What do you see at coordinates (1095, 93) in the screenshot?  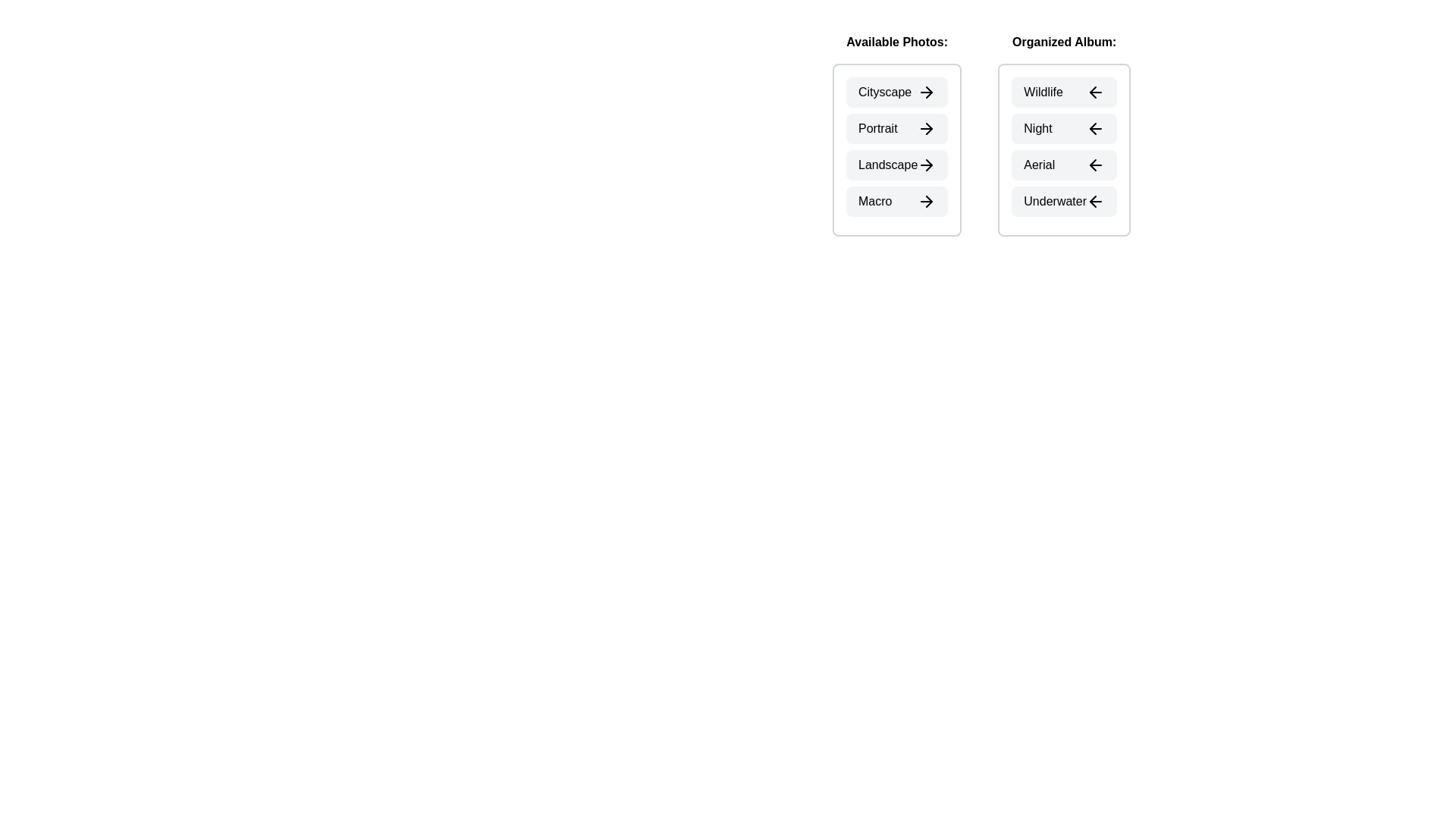 I see `left arrow icon next to the photo Wildlife in the Organized Album section to transfer it to the Available Photos section` at bounding box center [1095, 93].